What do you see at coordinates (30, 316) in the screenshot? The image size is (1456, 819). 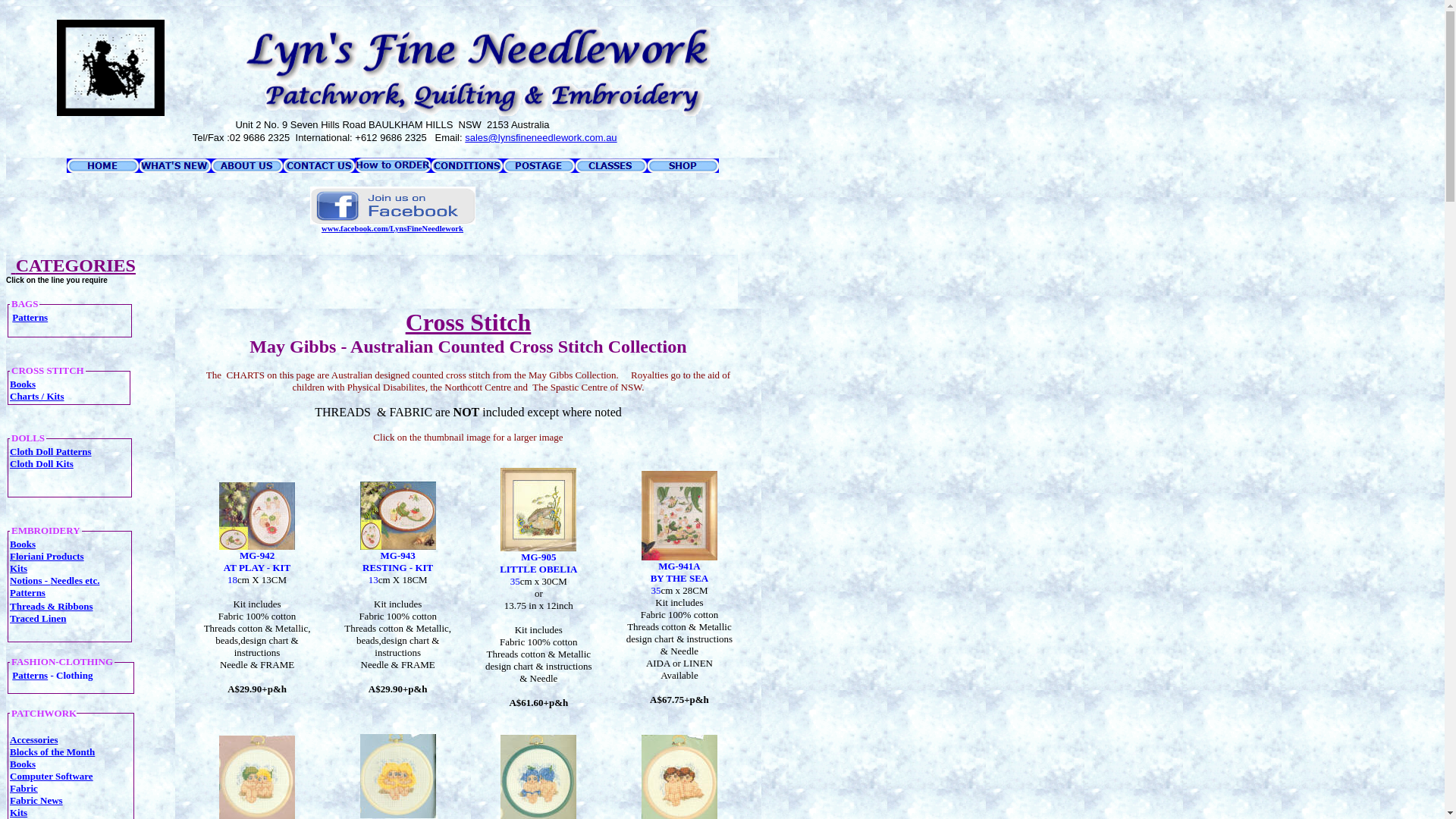 I see `'Patterns'` at bounding box center [30, 316].